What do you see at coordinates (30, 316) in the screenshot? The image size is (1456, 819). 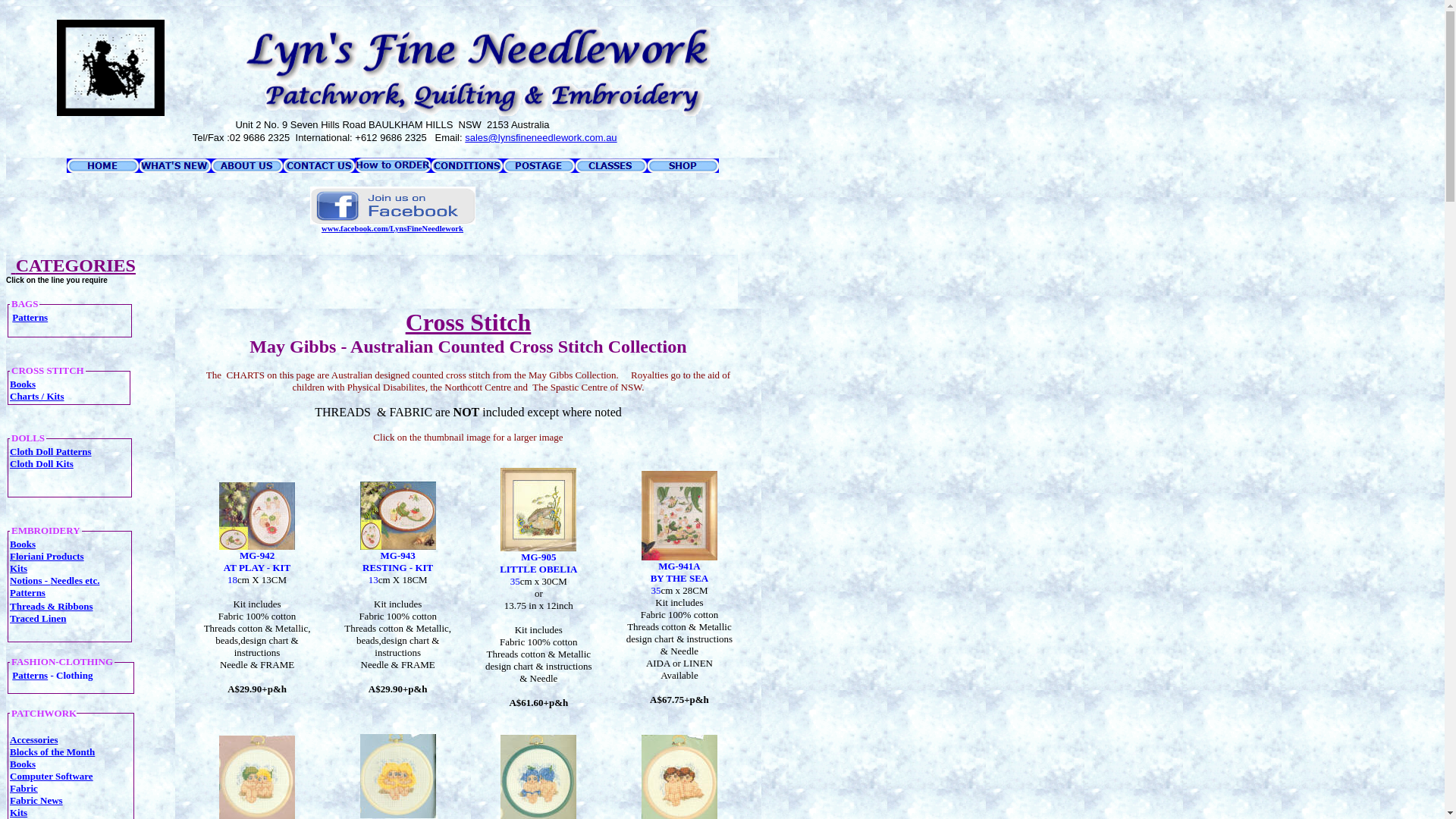 I see `'Patterns'` at bounding box center [30, 316].